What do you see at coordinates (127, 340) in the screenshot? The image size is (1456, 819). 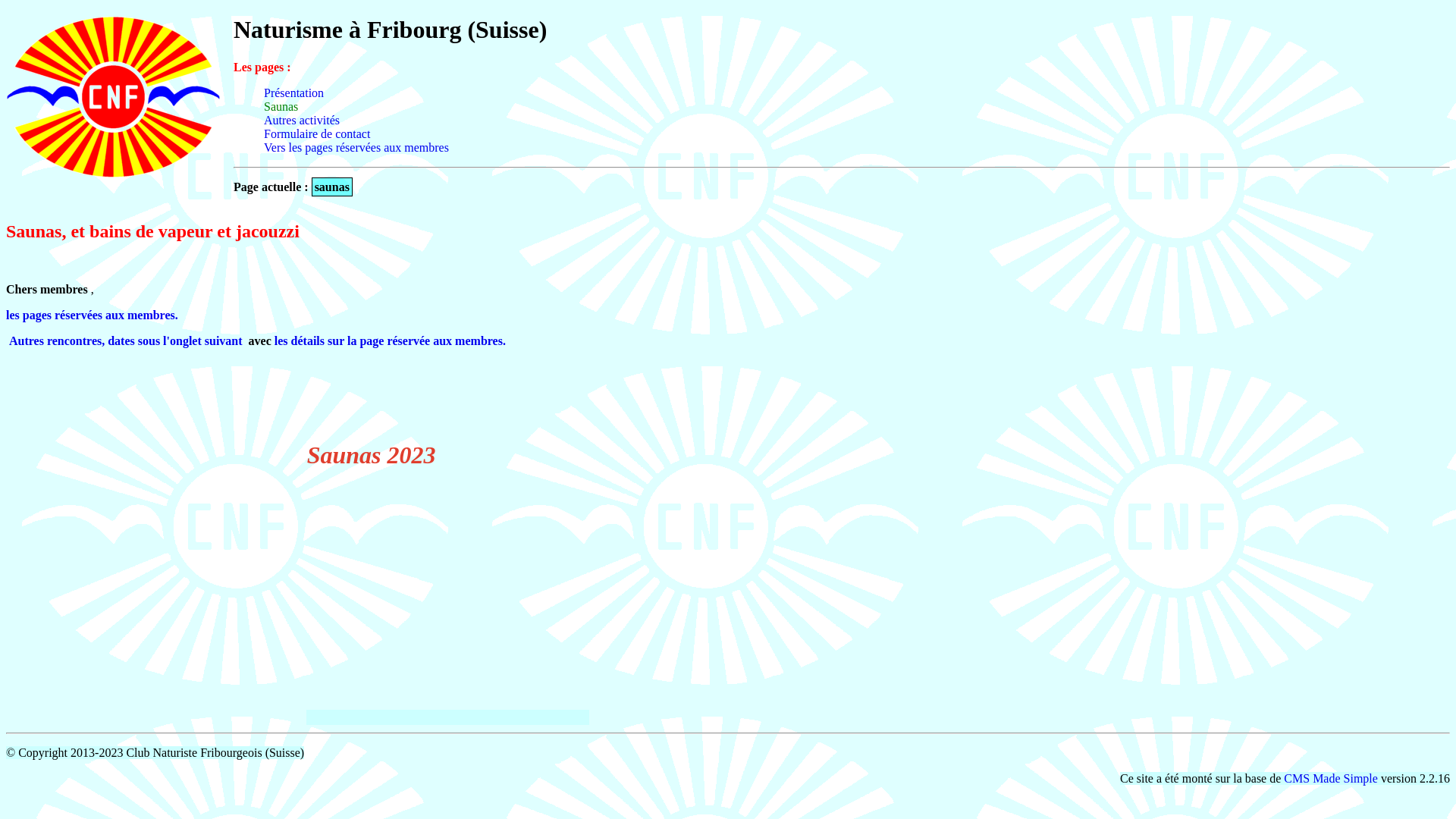 I see `'Autres rencontres, dates sous l'onglet suivant '` at bounding box center [127, 340].